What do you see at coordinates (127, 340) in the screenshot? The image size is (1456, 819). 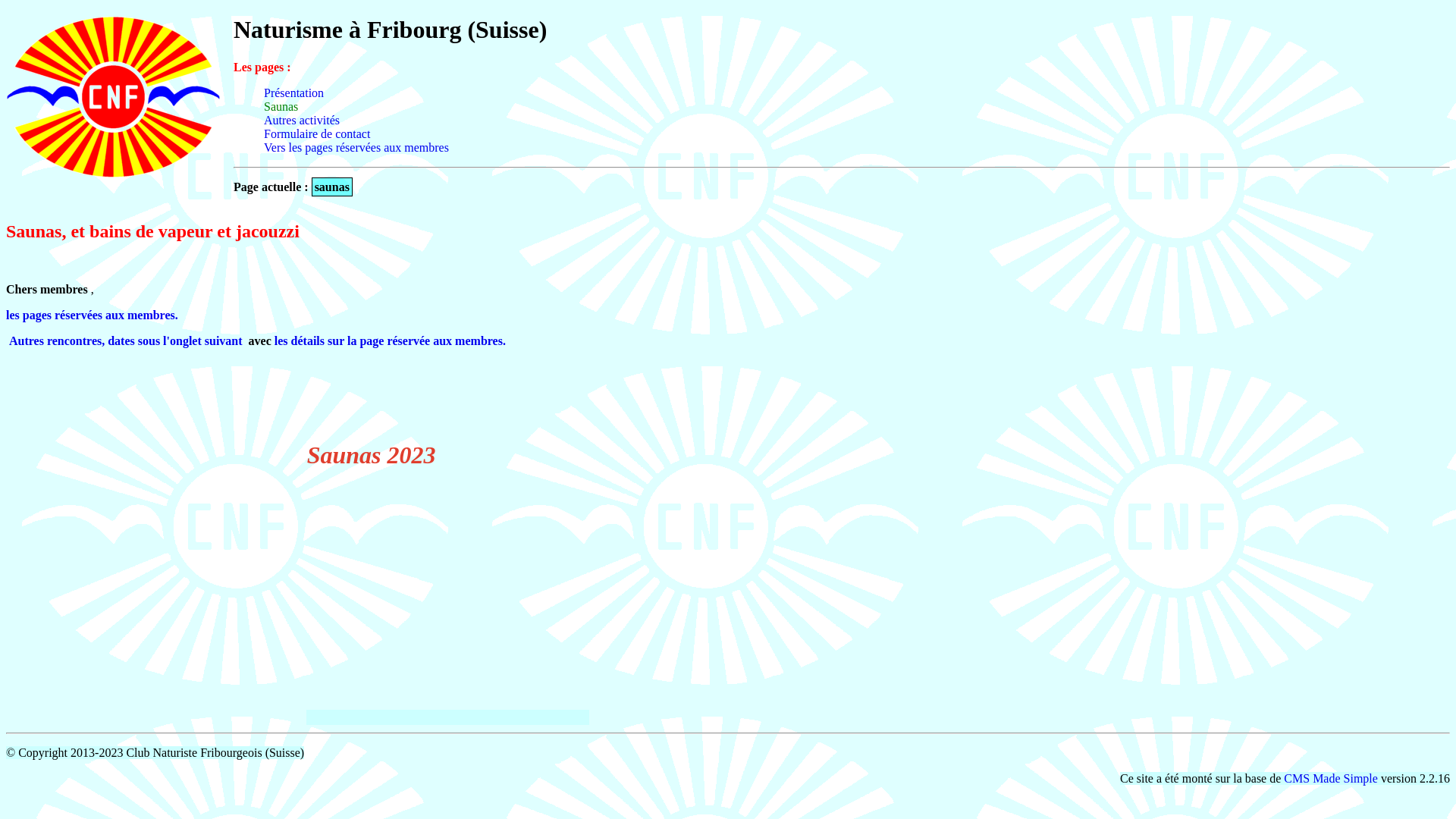 I see `'Autres rencontres, dates sous l'onglet suivant '` at bounding box center [127, 340].